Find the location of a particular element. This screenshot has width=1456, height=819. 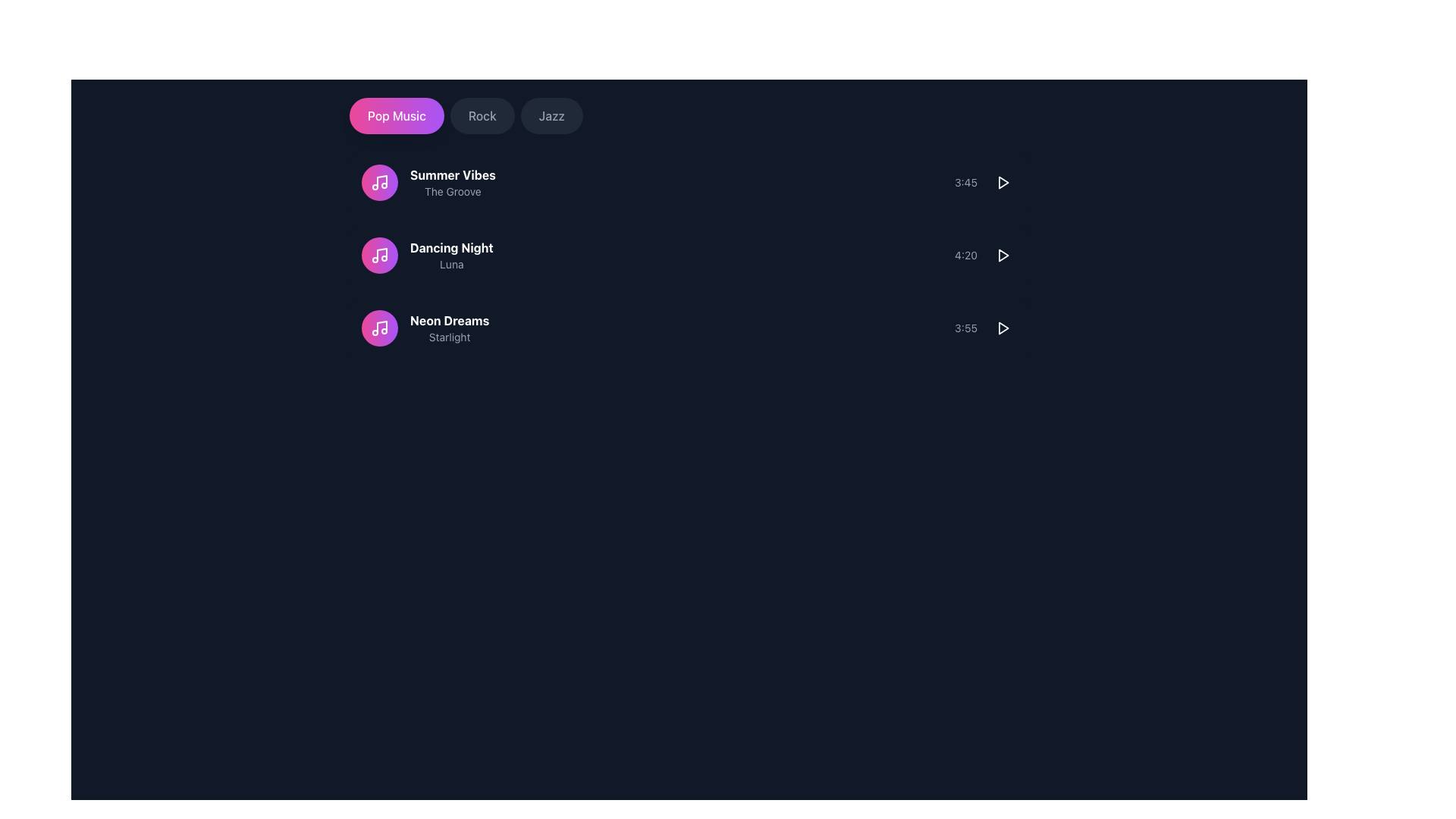

the text label 'Neon Dreams' which is the third item in a list of music tracks is located at coordinates (449, 327).